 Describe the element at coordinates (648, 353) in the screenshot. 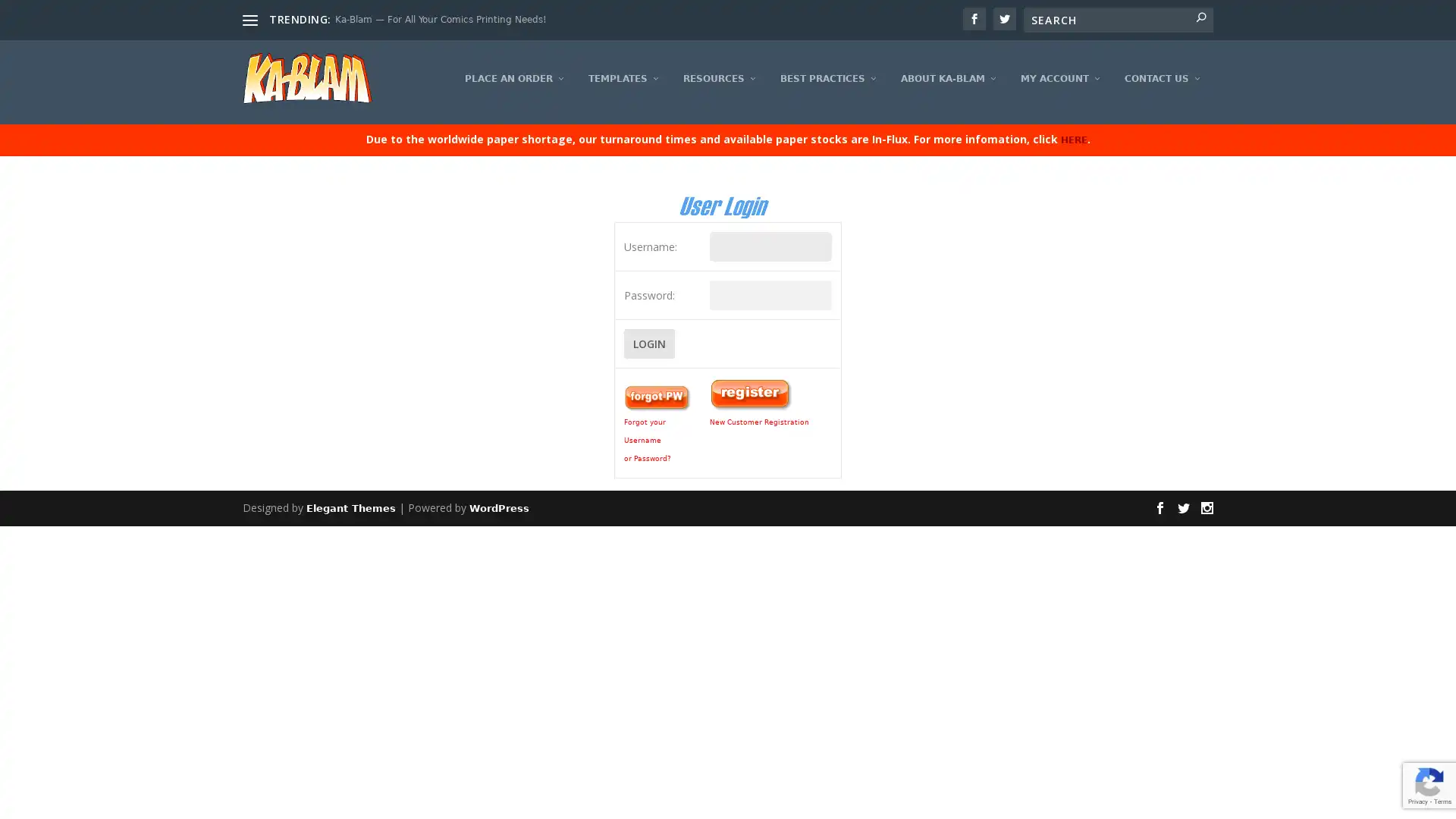

I see `LOGIN` at that location.